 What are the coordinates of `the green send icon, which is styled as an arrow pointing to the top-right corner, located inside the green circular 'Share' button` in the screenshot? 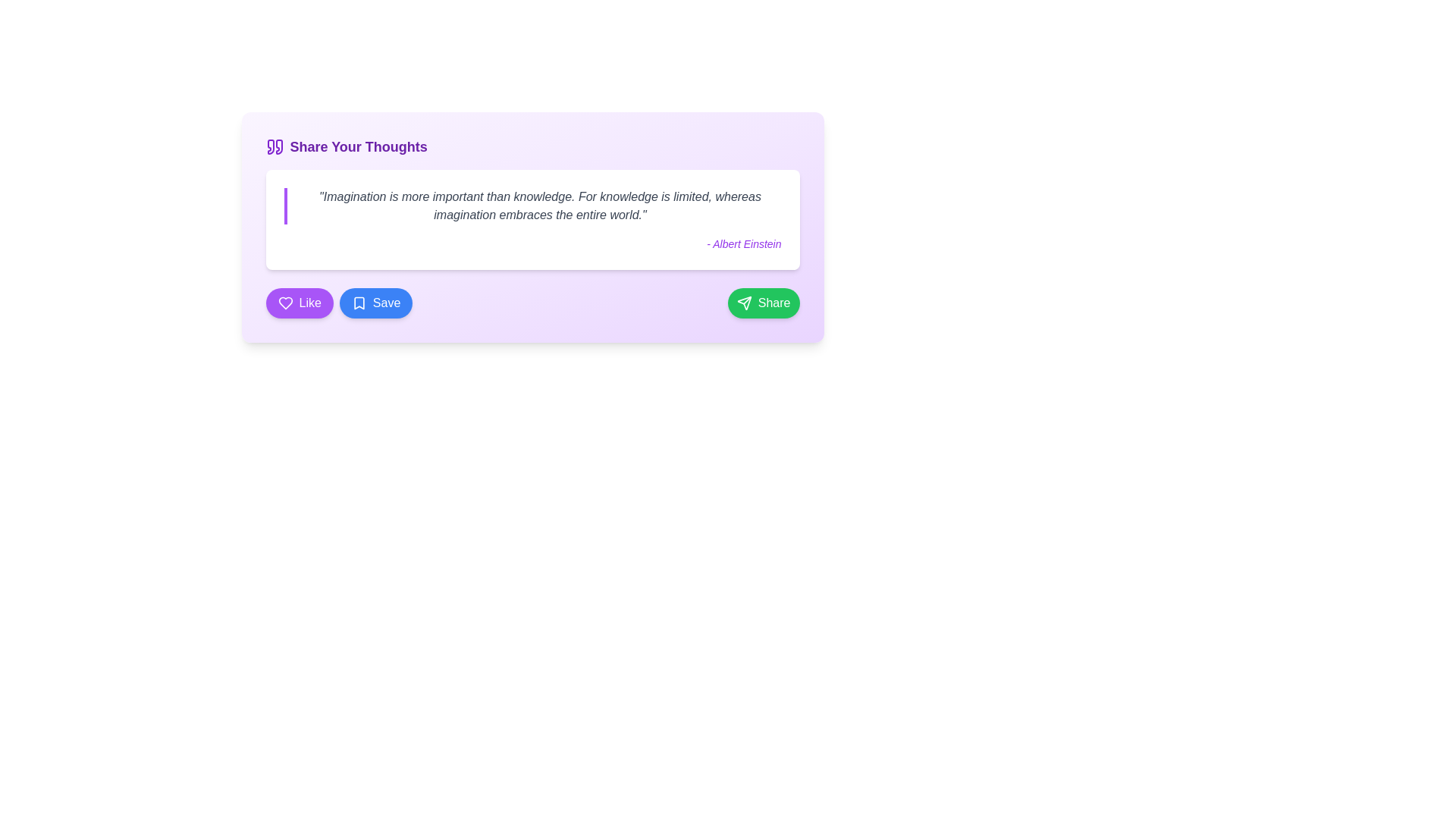 It's located at (744, 303).